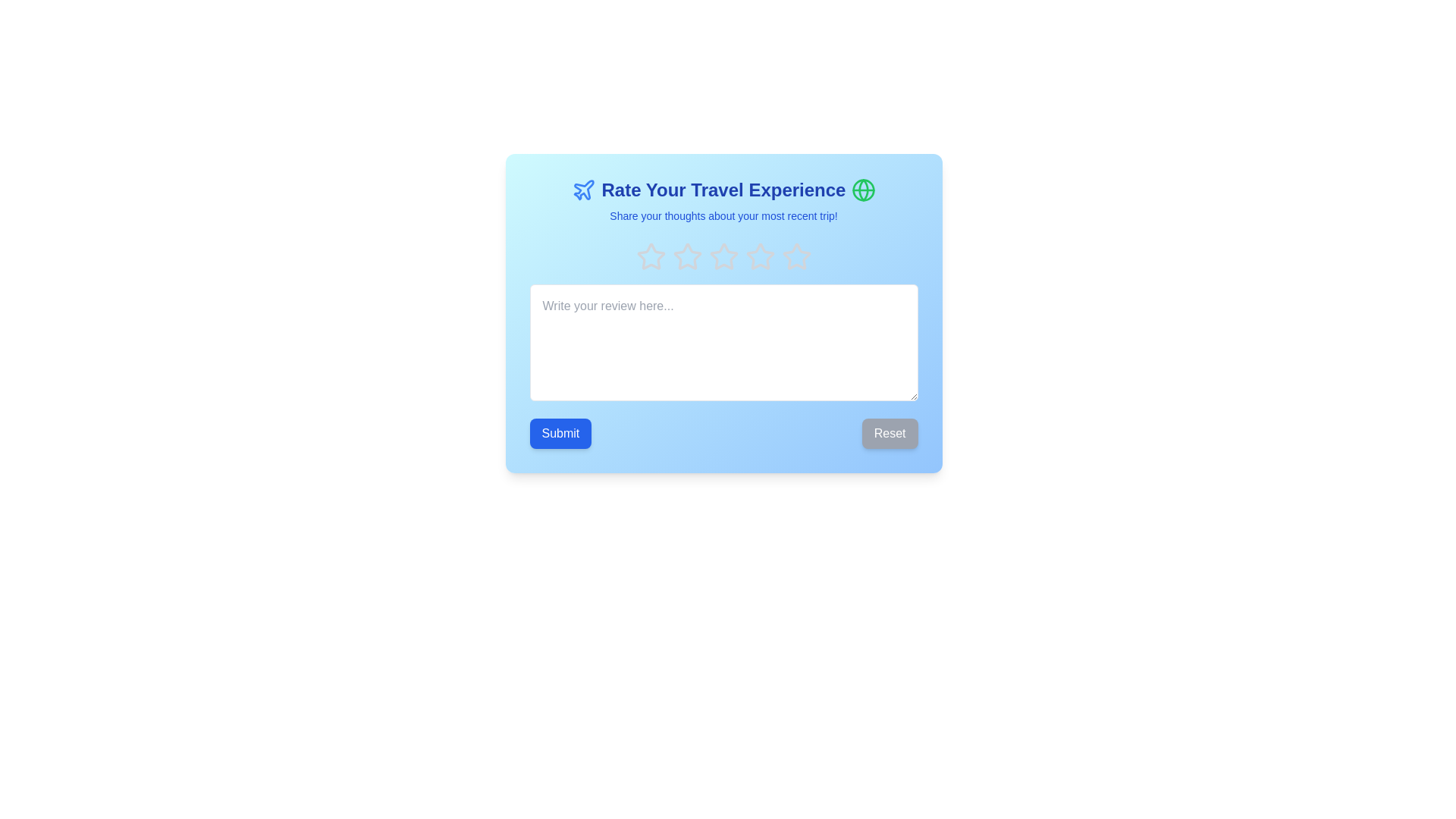  What do you see at coordinates (723, 256) in the screenshot?
I see `the third rating star, which is a star-shaped figure with a light gray outline, centrally located in a row of five stars at the top of the feedback form` at bounding box center [723, 256].